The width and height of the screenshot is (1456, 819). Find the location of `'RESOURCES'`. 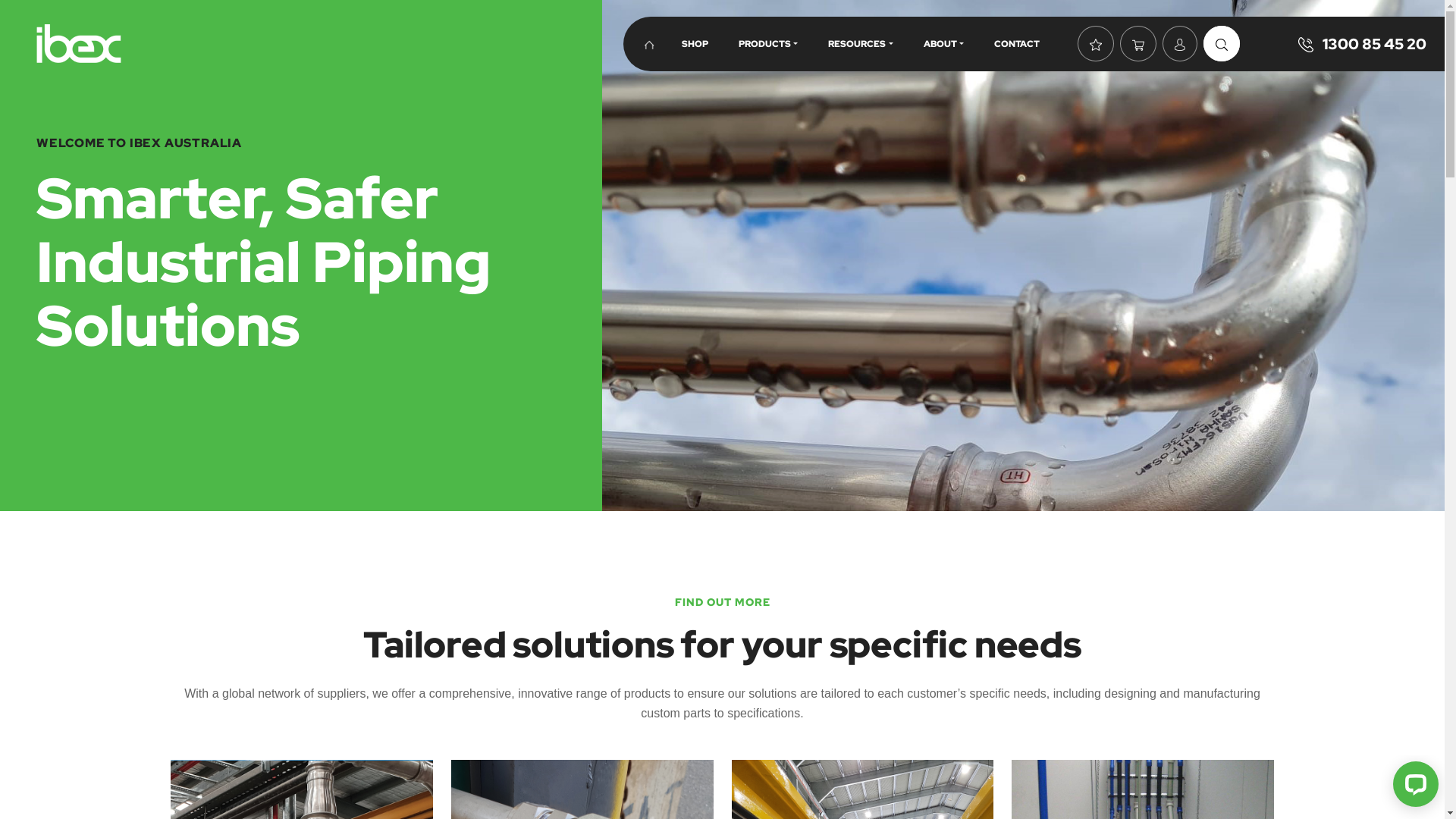

'RESOURCES' is located at coordinates (860, 42).